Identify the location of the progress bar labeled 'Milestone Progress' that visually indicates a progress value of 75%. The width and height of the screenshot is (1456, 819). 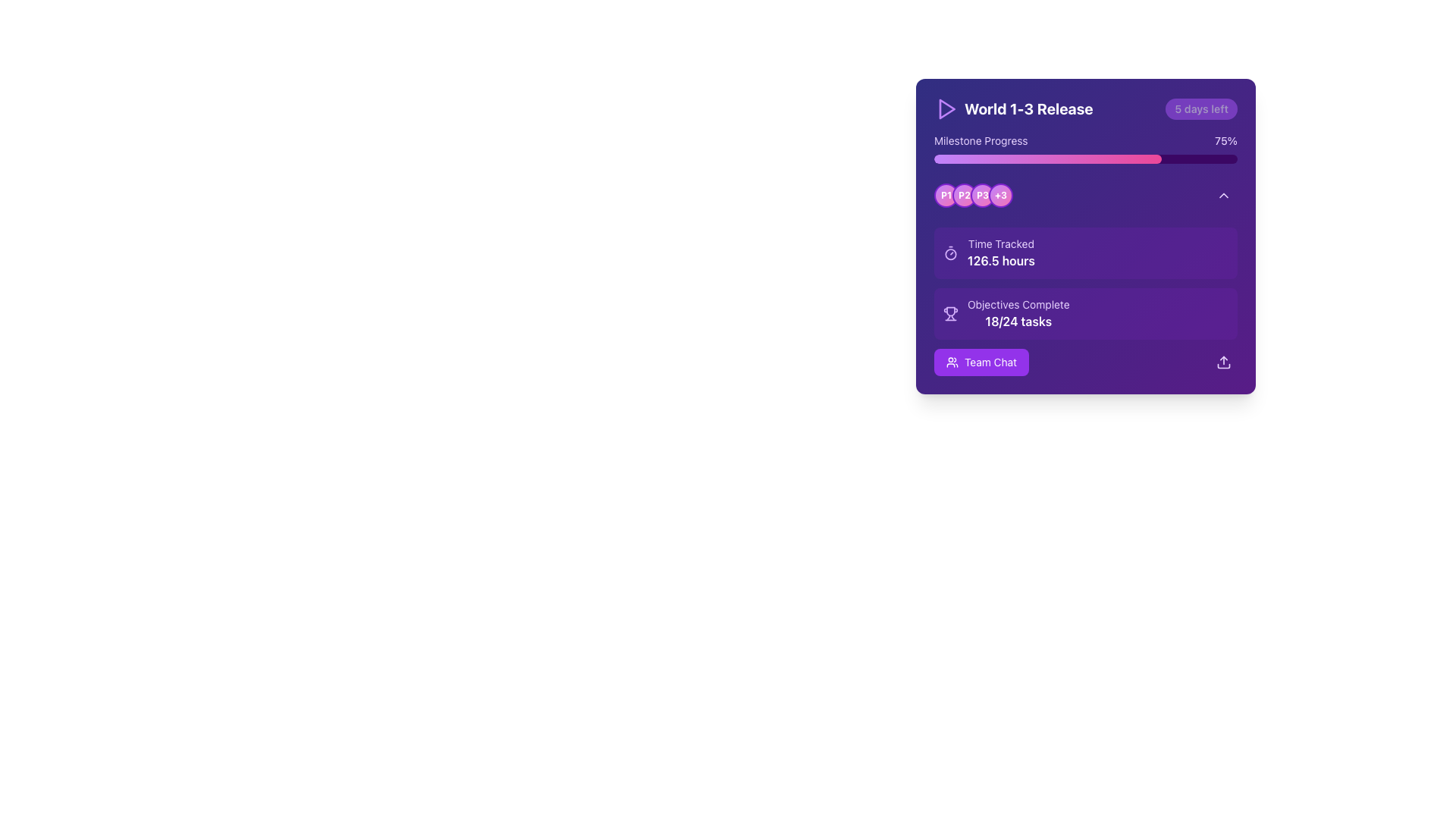
(1084, 149).